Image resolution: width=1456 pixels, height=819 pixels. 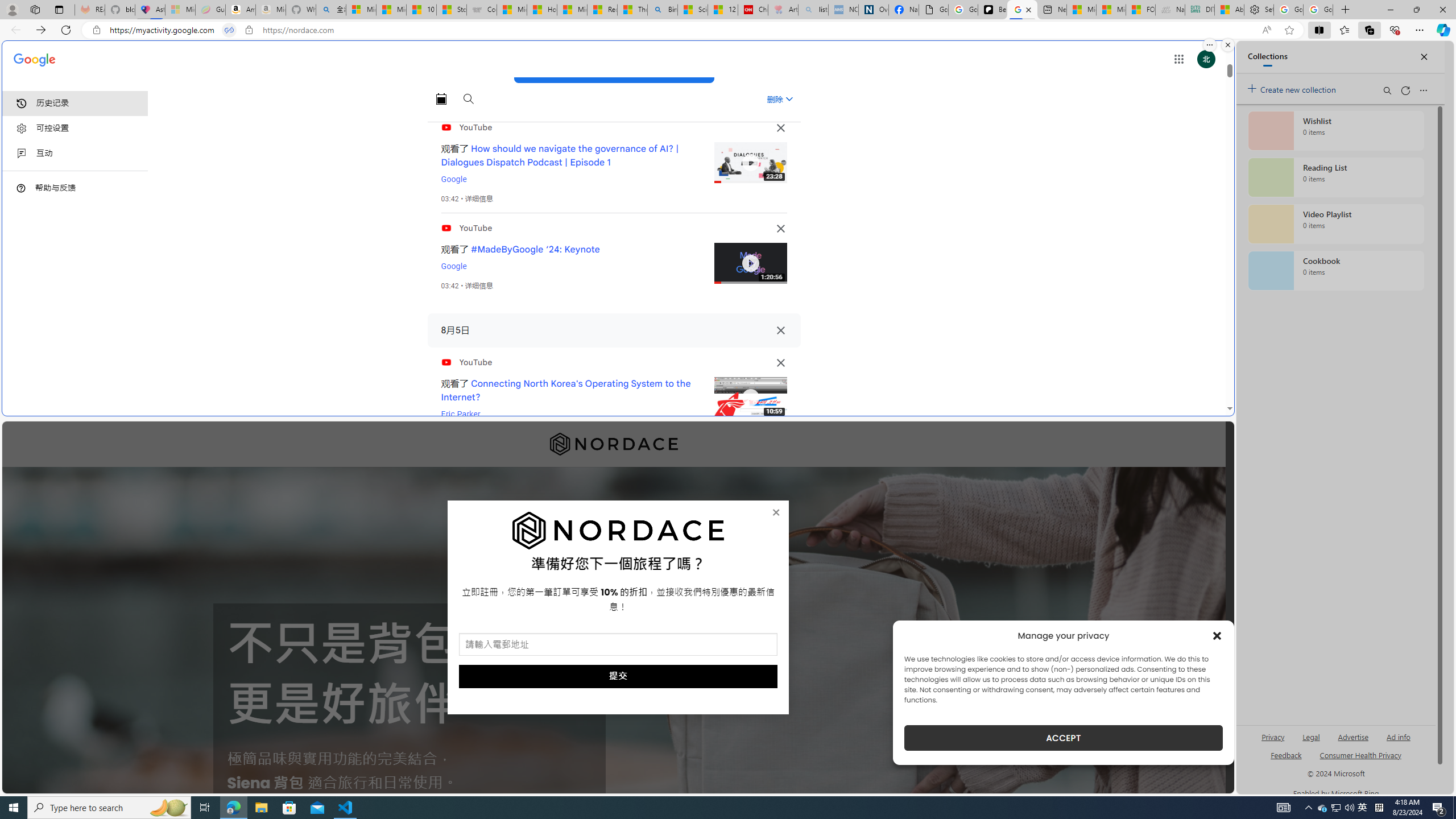 What do you see at coordinates (1217, 635) in the screenshot?
I see `'Class: cmplz-close'` at bounding box center [1217, 635].